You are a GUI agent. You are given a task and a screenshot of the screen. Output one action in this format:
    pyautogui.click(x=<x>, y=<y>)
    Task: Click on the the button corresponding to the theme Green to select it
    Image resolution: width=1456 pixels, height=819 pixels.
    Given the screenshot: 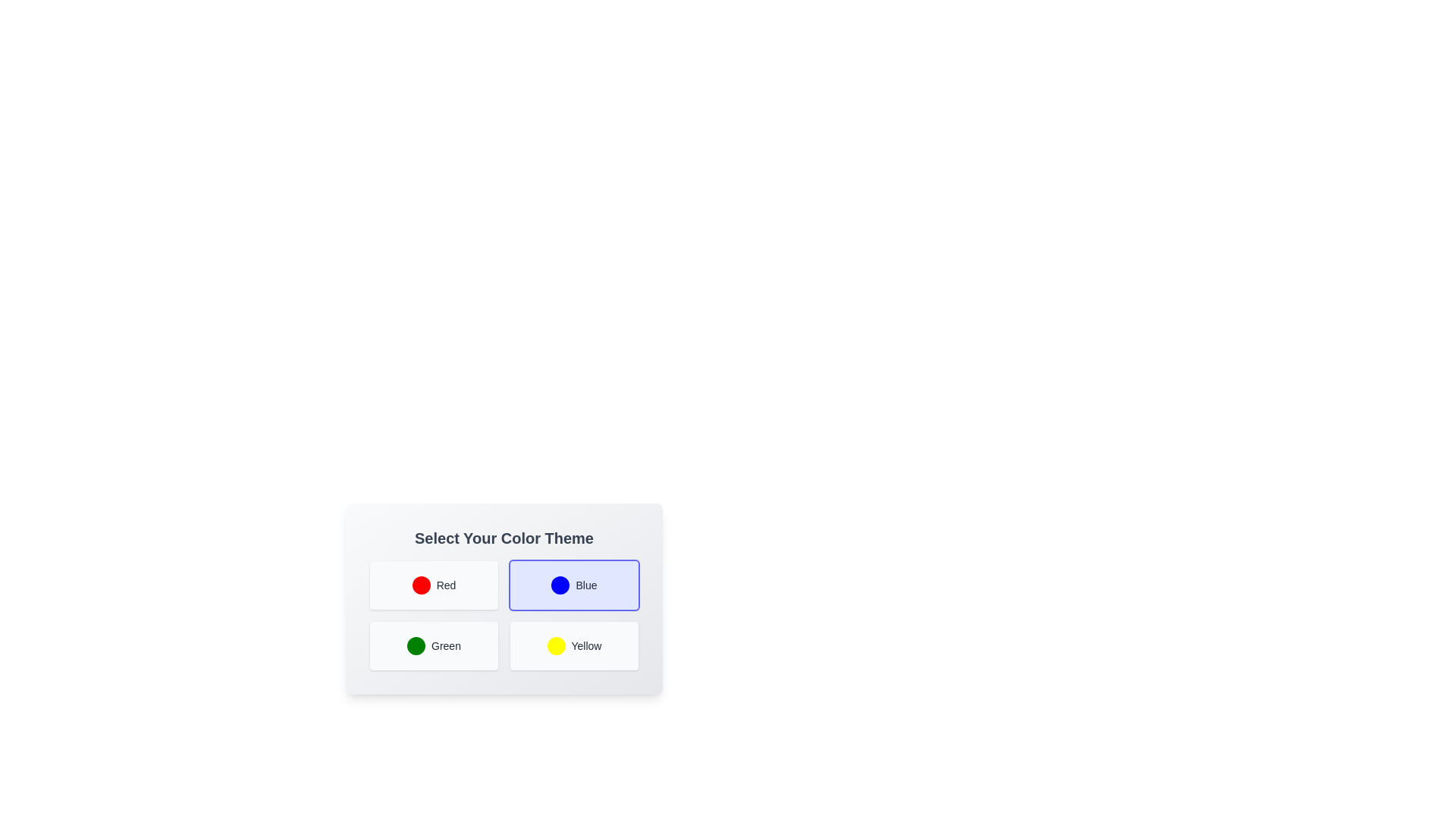 What is the action you would take?
    pyautogui.click(x=433, y=646)
    